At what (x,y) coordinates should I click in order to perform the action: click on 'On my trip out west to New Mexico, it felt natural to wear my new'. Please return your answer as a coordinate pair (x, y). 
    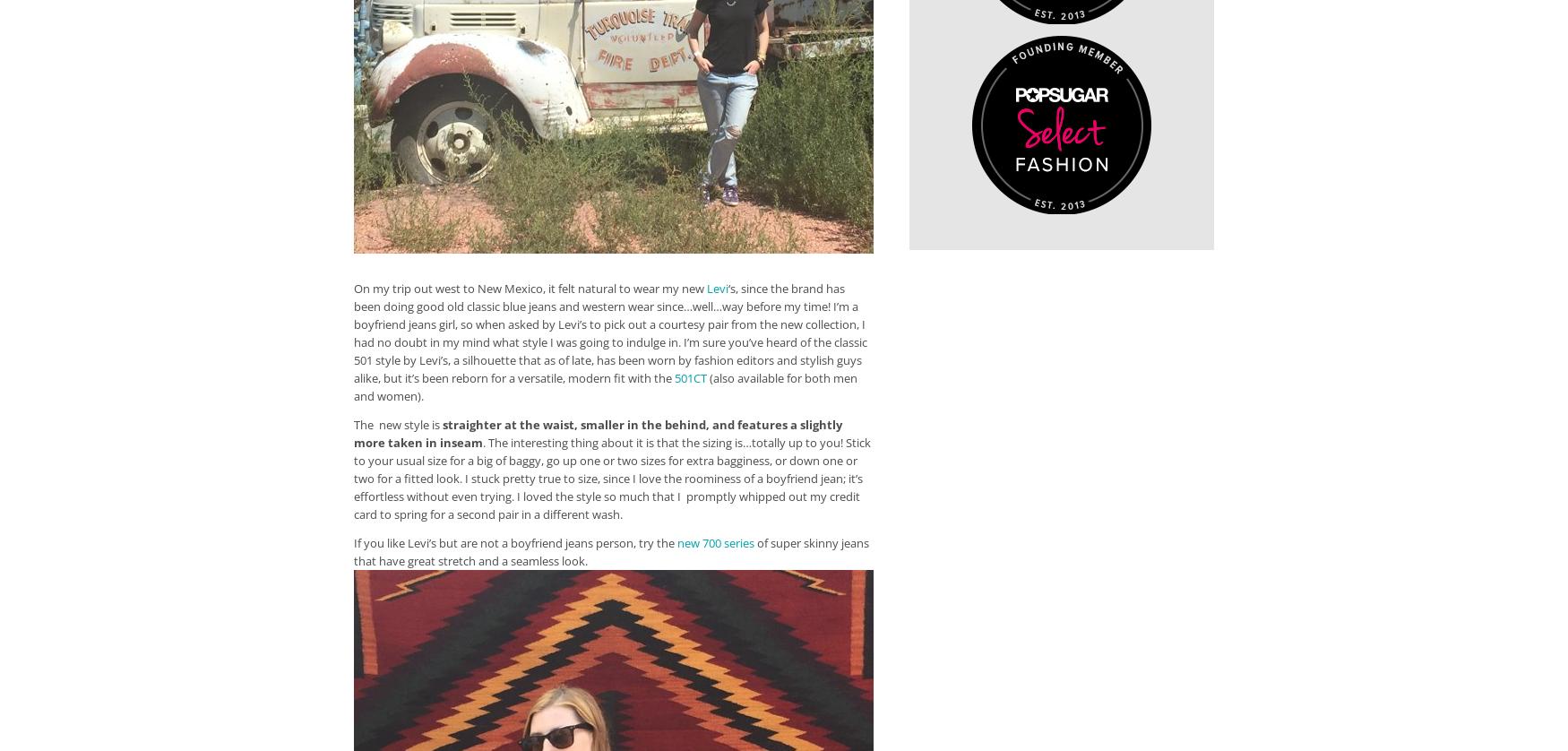
    Looking at the image, I should click on (530, 287).